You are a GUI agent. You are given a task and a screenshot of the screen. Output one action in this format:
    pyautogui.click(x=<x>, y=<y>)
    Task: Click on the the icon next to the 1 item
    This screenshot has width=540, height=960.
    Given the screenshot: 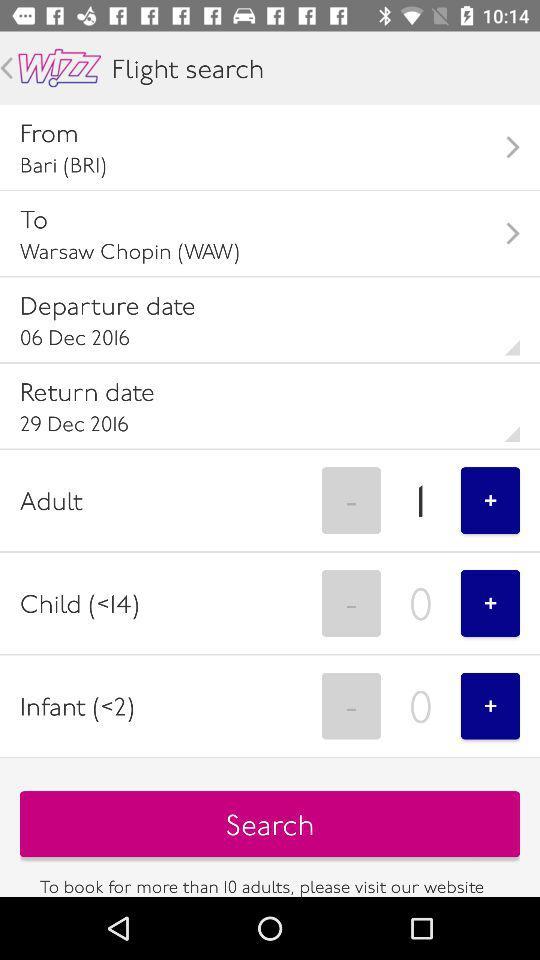 What is the action you would take?
    pyautogui.click(x=489, y=499)
    